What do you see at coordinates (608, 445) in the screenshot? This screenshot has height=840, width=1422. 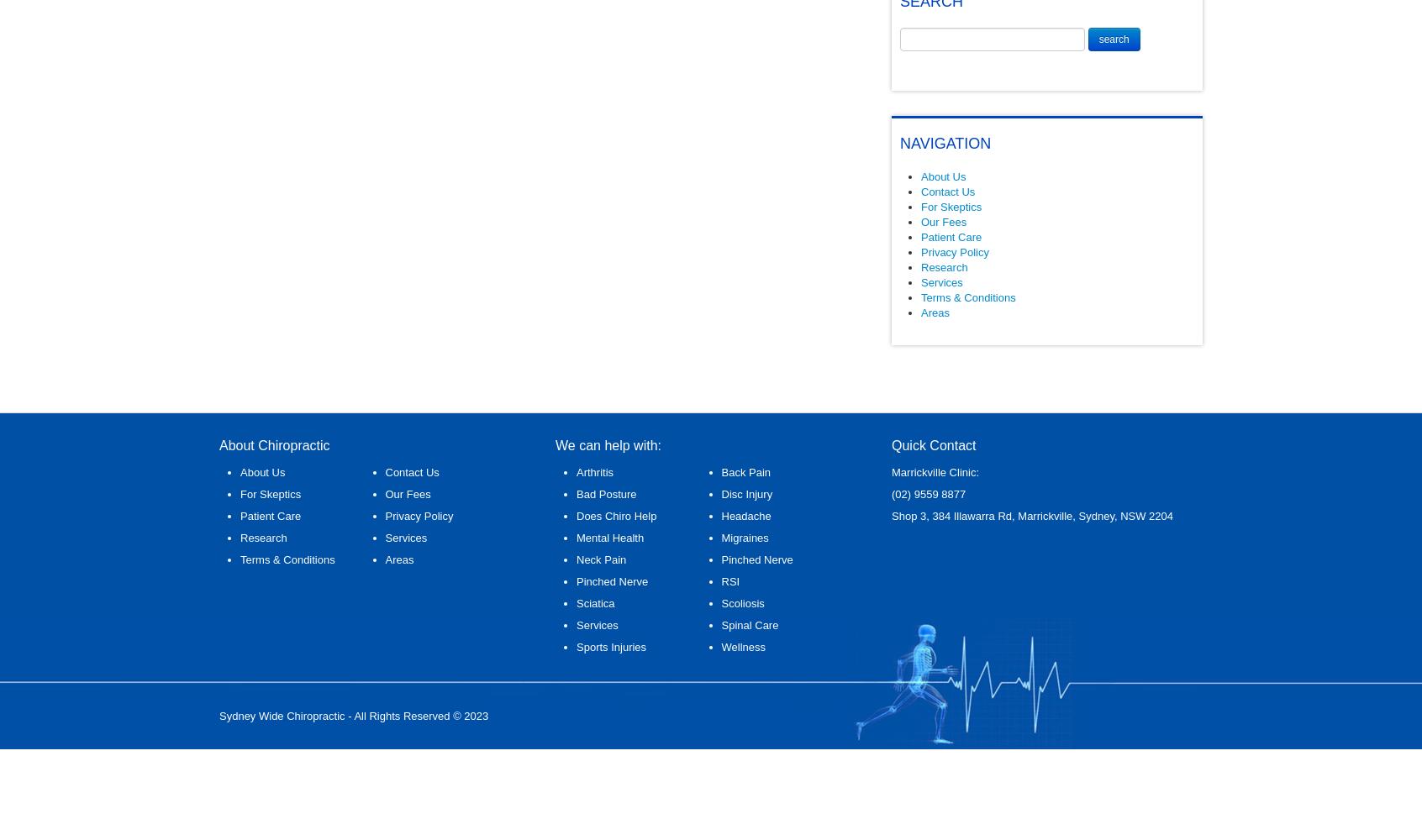 I see `'We can help with:'` at bounding box center [608, 445].